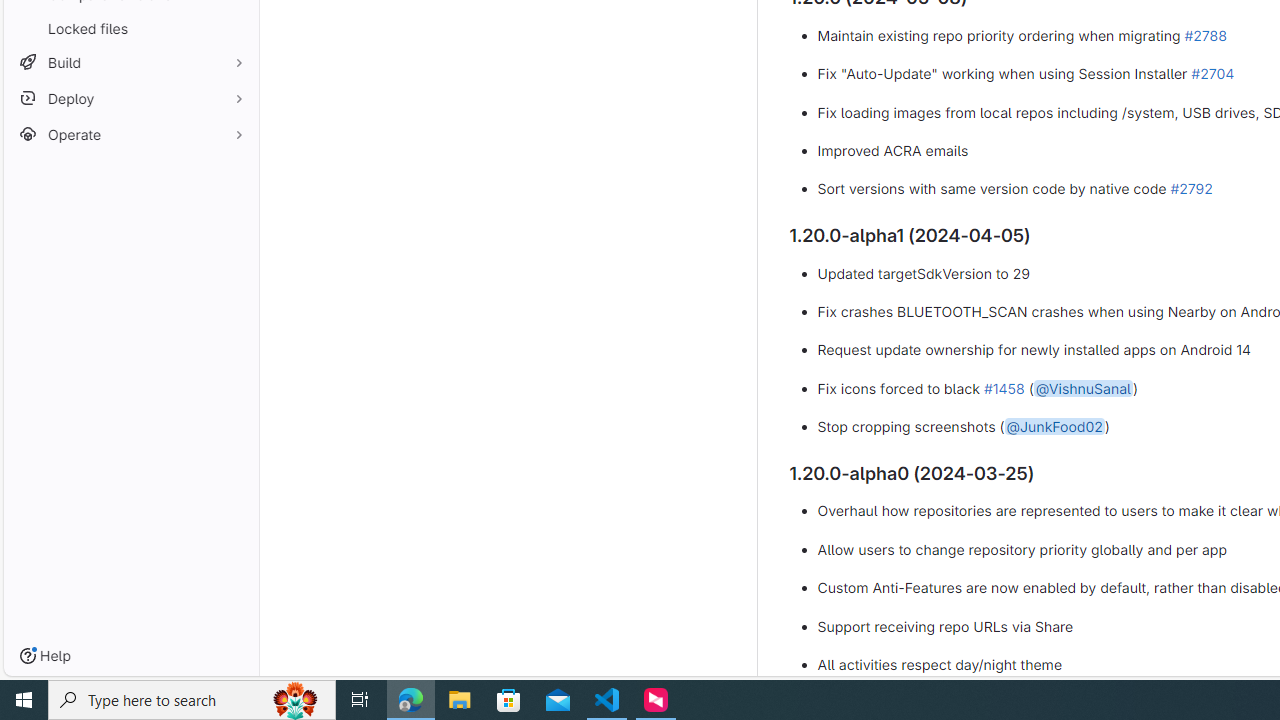 The height and width of the screenshot is (720, 1280). What do you see at coordinates (130, 134) in the screenshot?
I see `'Operate'` at bounding box center [130, 134].